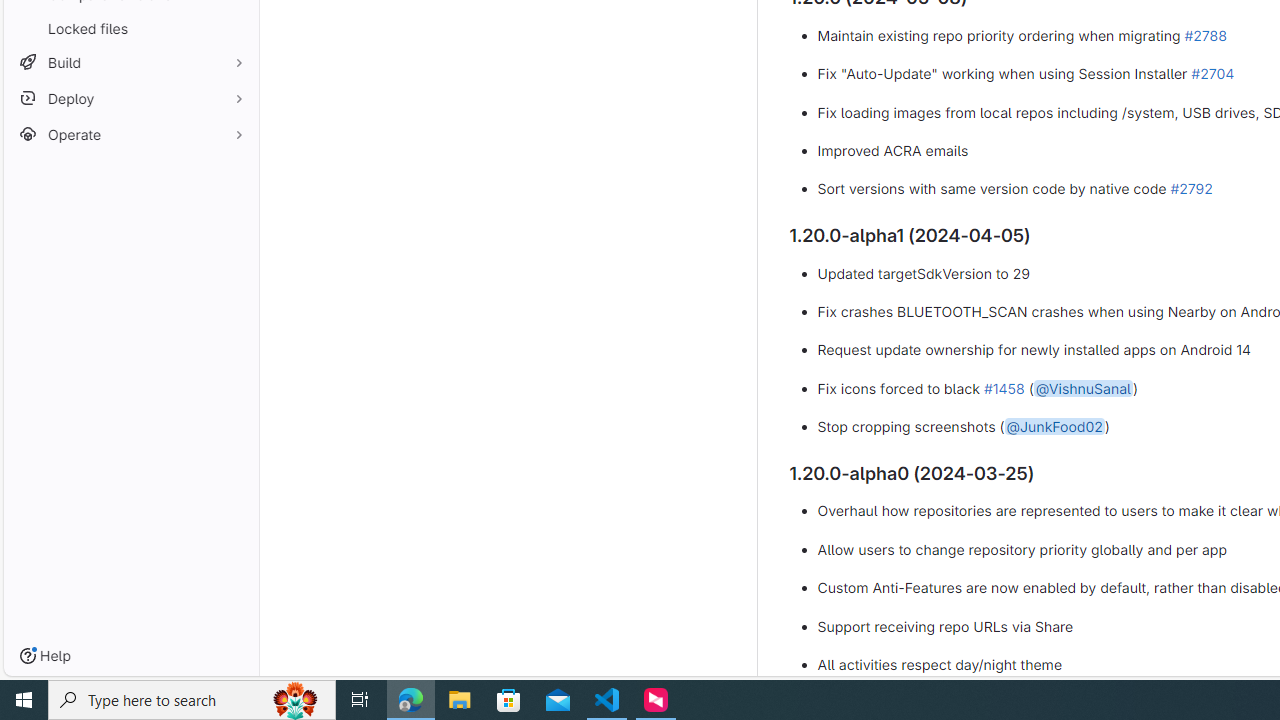 The height and width of the screenshot is (720, 1280). What do you see at coordinates (130, 134) in the screenshot?
I see `'Operate'` at bounding box center [130, 134].